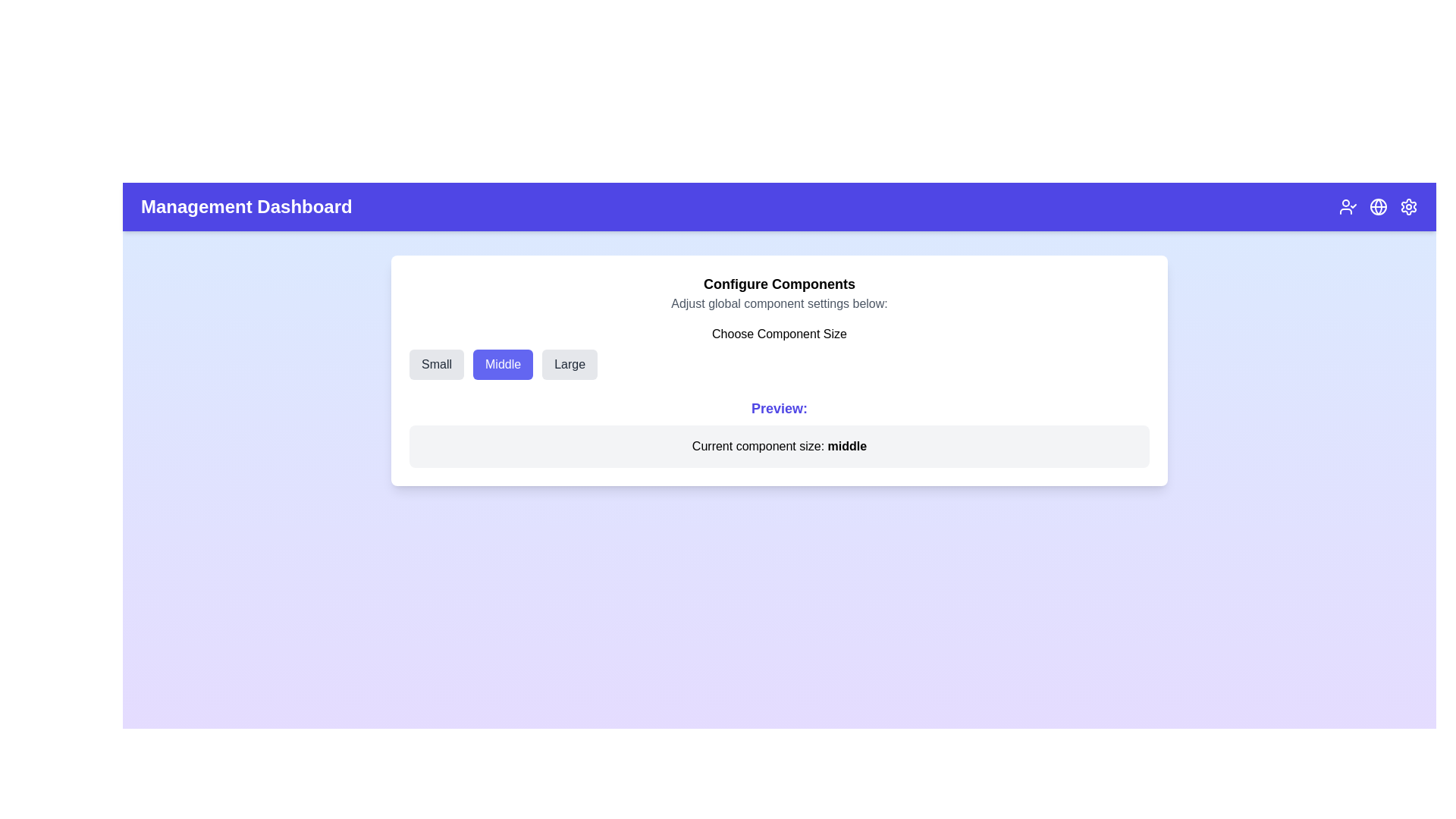  I want to click on the button labeled 'Small', so click(436, 365).